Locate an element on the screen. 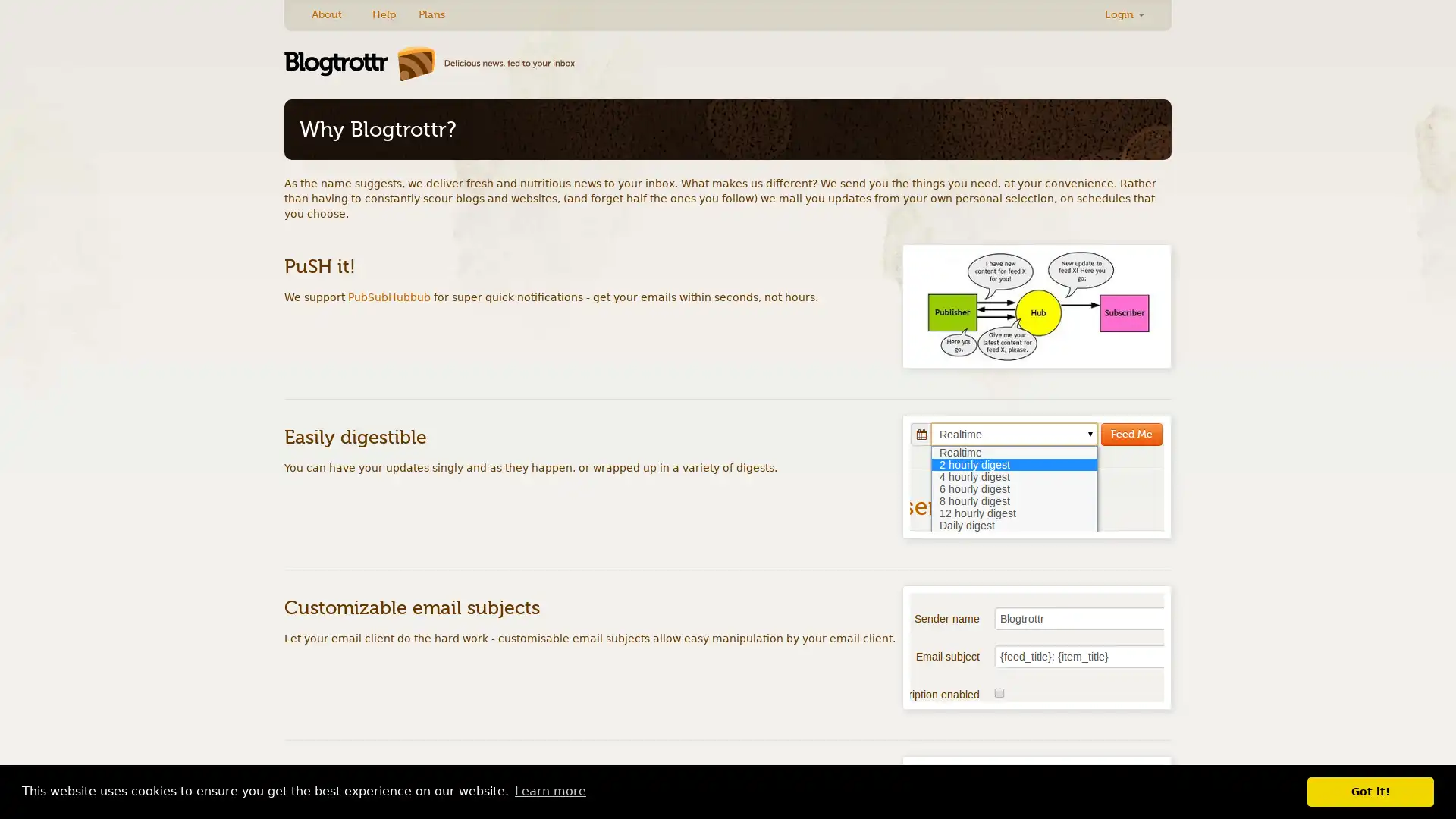 The image size is (1456, 819). dismiss cookie message is located at coordinates (1370, 791).